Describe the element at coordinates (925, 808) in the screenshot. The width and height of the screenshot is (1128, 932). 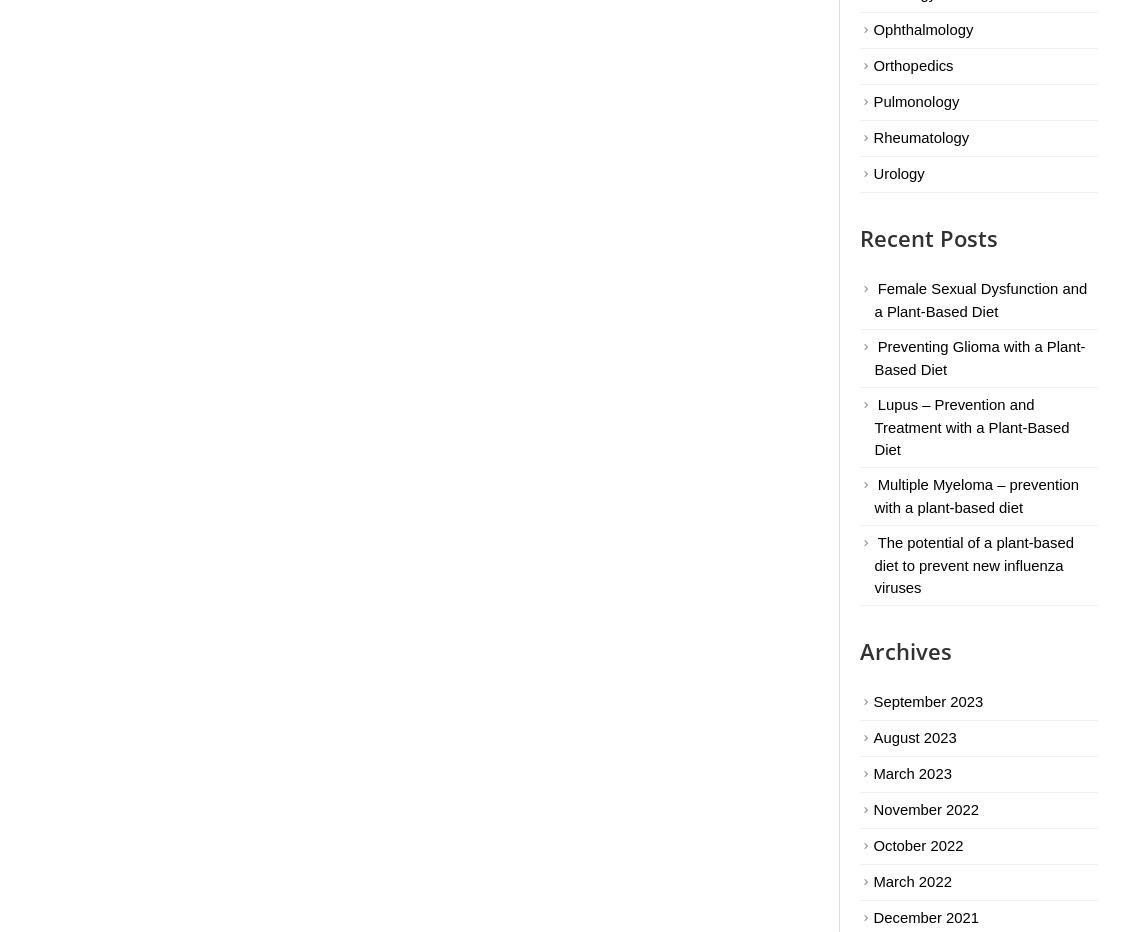
I see `'November 2022'` at that location.